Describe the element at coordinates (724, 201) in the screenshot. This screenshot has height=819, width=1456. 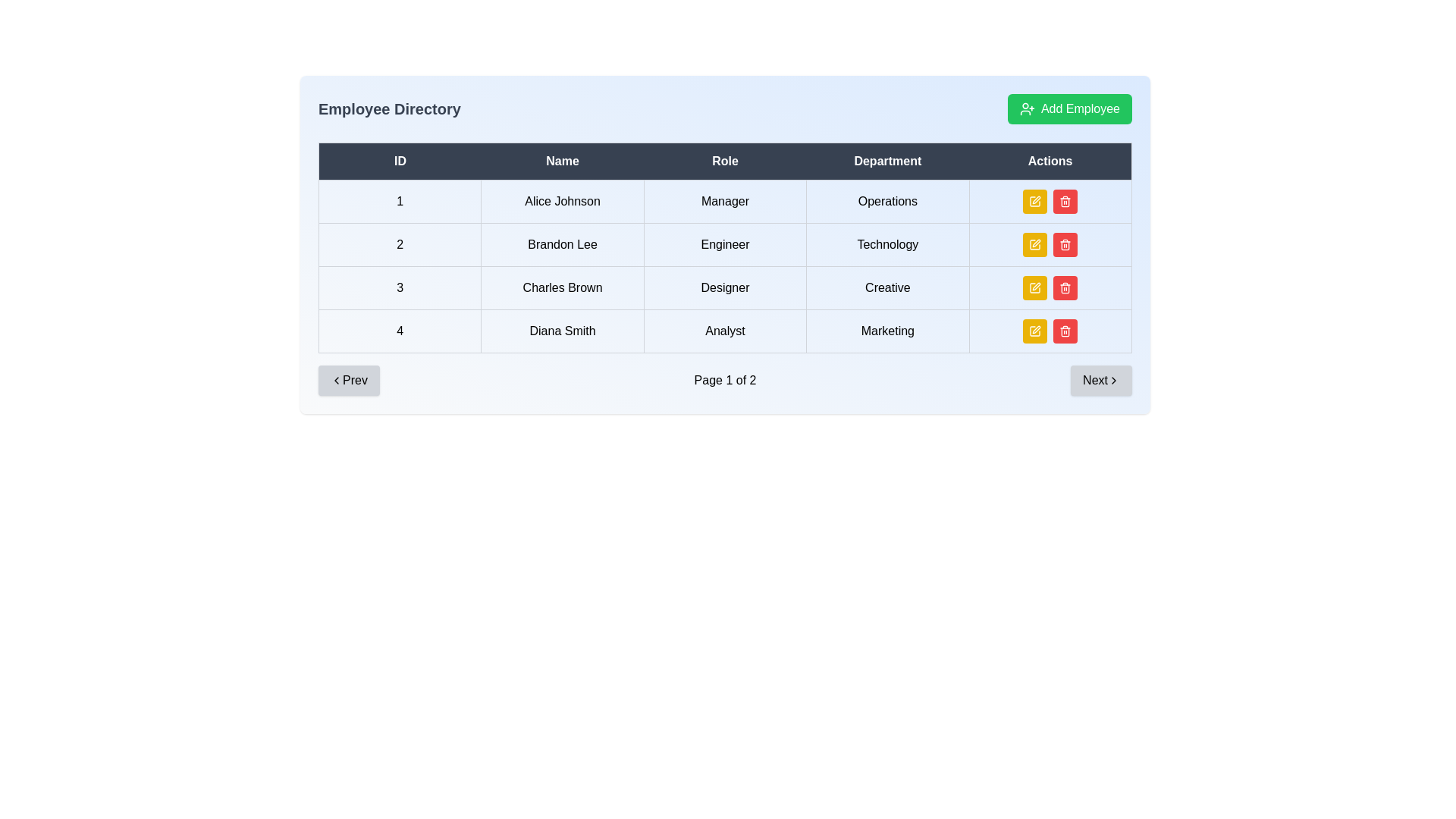
I see `the first row of the employee table that contains ID, Name, Role, Department, and Actions` at that location.